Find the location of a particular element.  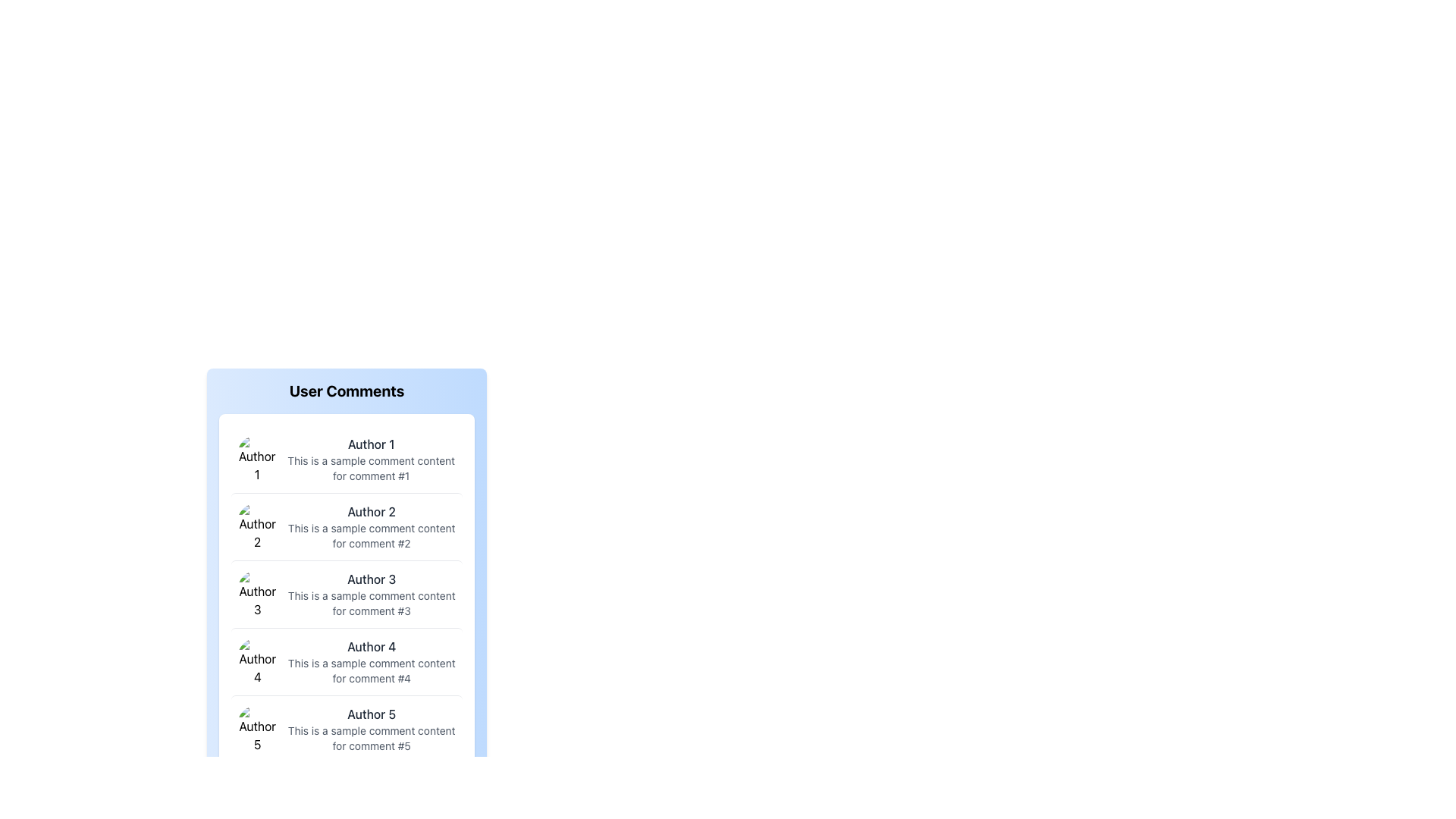

text displayed in the comment section associated with 'Author 2', located directly beneath the author's name in the User Comments area is located at coordinates (372, 535).